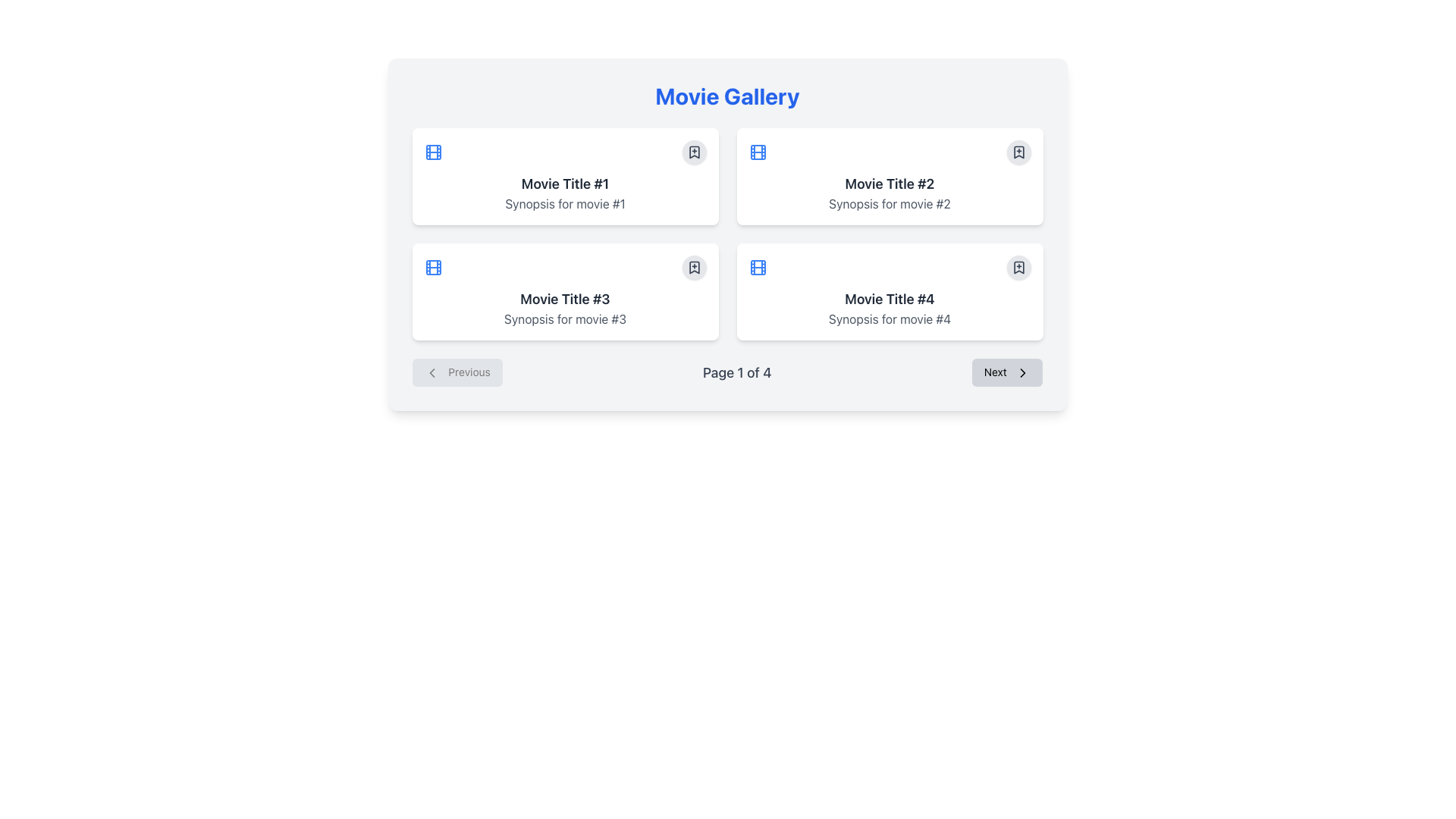 This screenshot has height=819, width=1456. What do you see at coordinates (564, 175) in the screenshot?
I see `the first movie information card displaying 'Movie Title #1' and its synopsis in the top-left corner of the grid` at bounding box center [564, 175].